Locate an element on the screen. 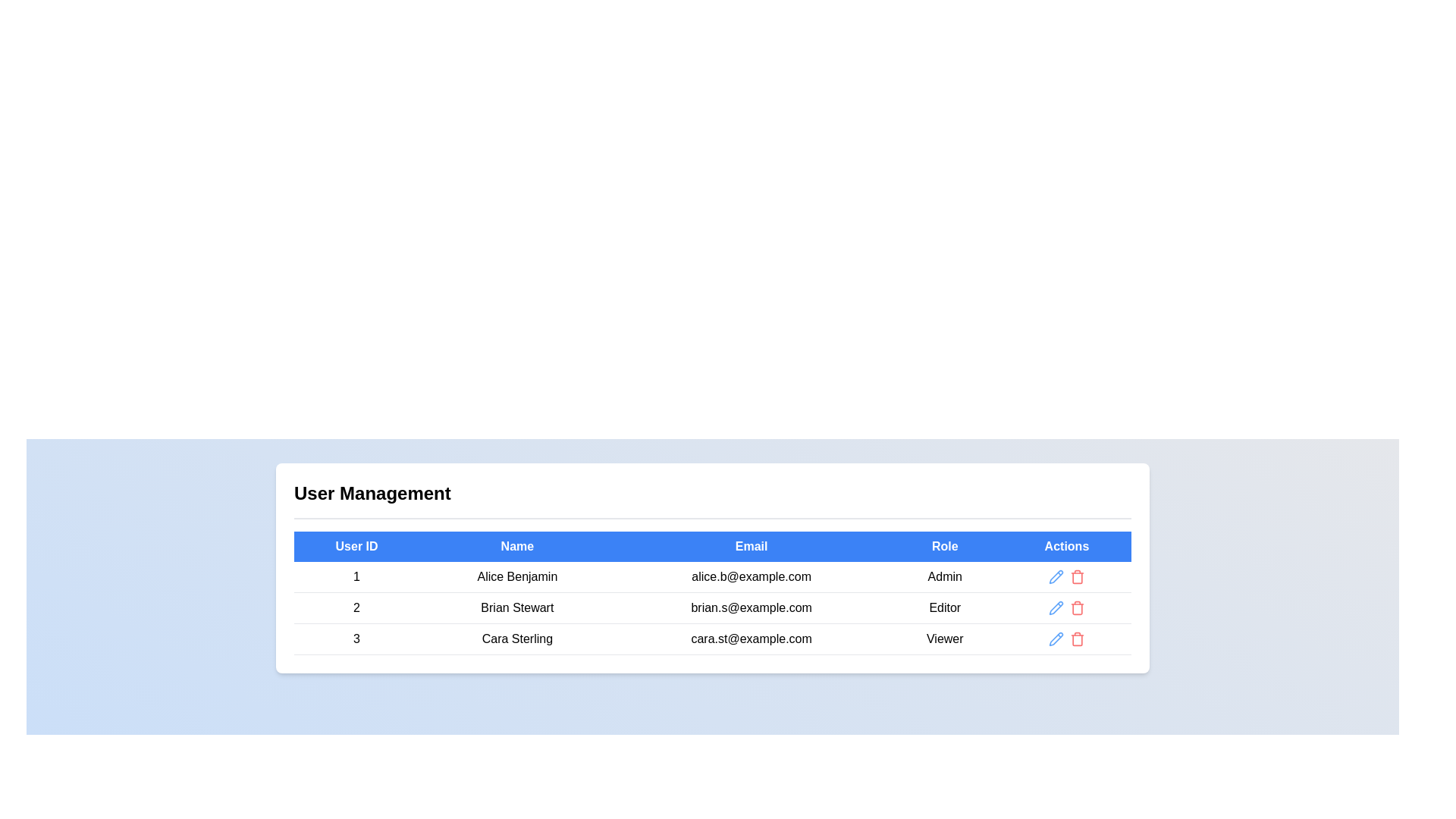  the 'Viewer' text label in the 'Role' column of the table for user 'Cara Sterling' is located at coordinates (944, 639).